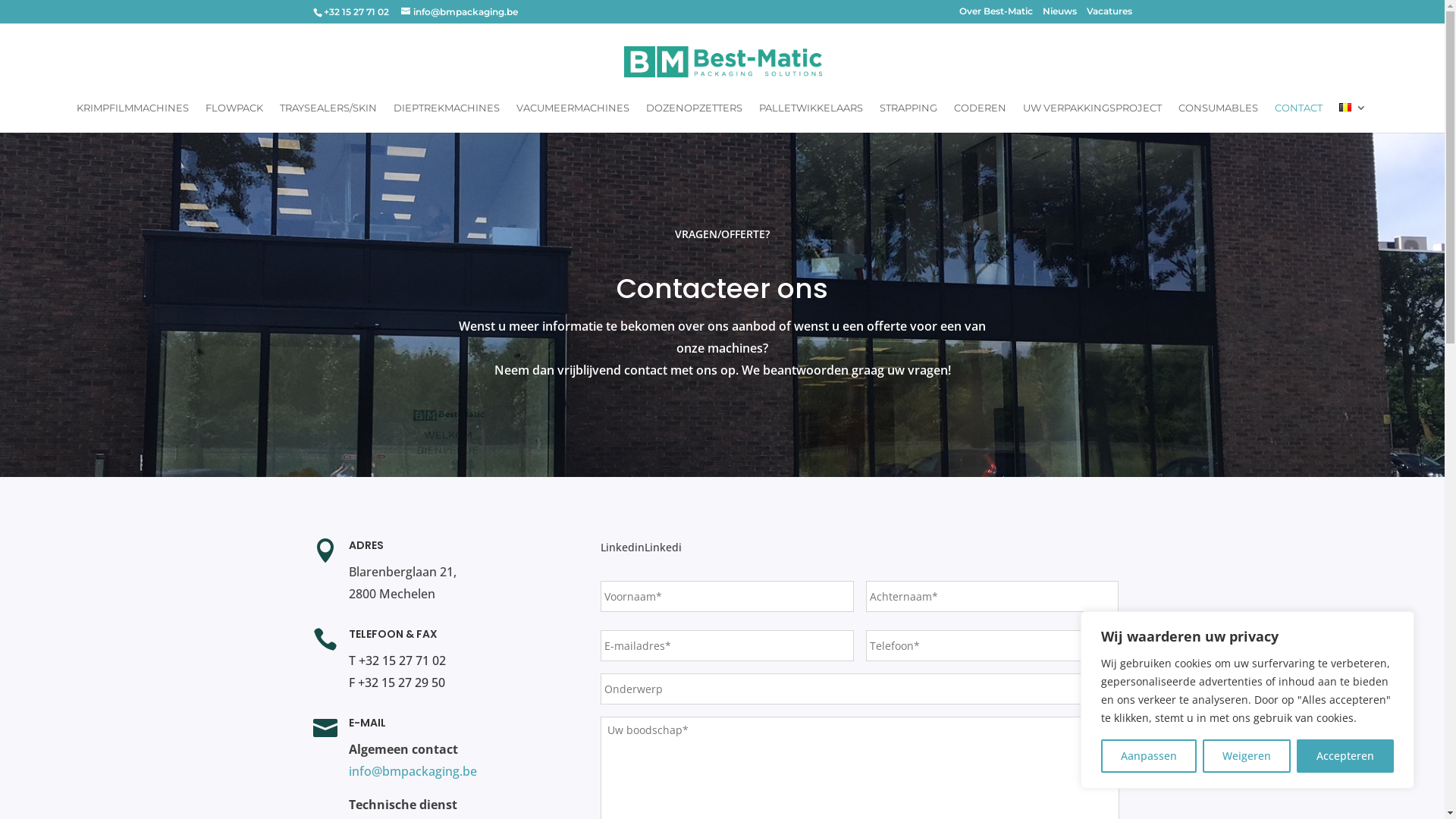 Image resolution: width=1456 pixels, height=819 pixels. I want to click on 'UW VERPAKKINGSPROJECT', so click(1092, 116).